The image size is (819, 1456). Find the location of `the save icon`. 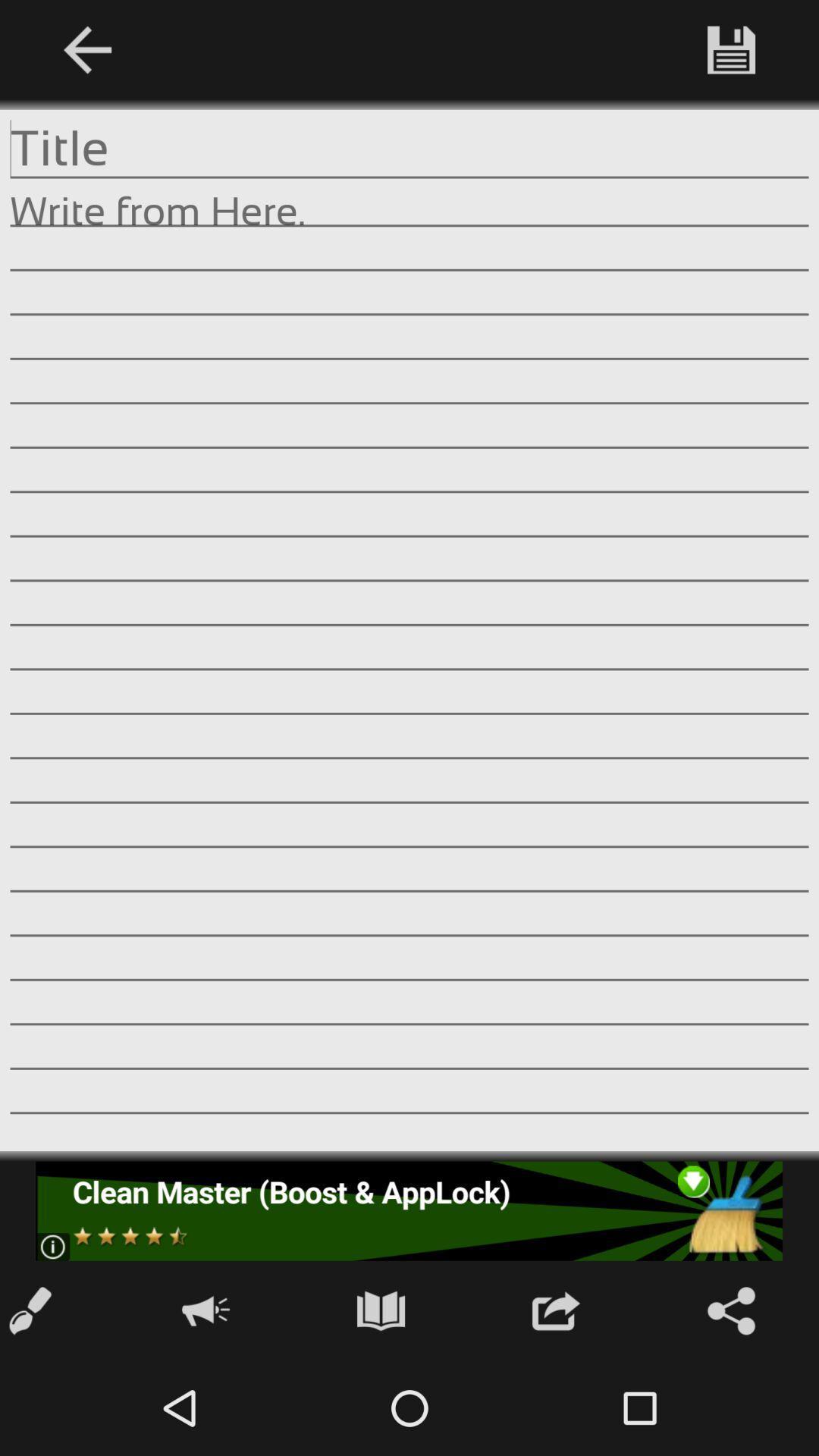

the save icon is located at coordinates (730, 49).